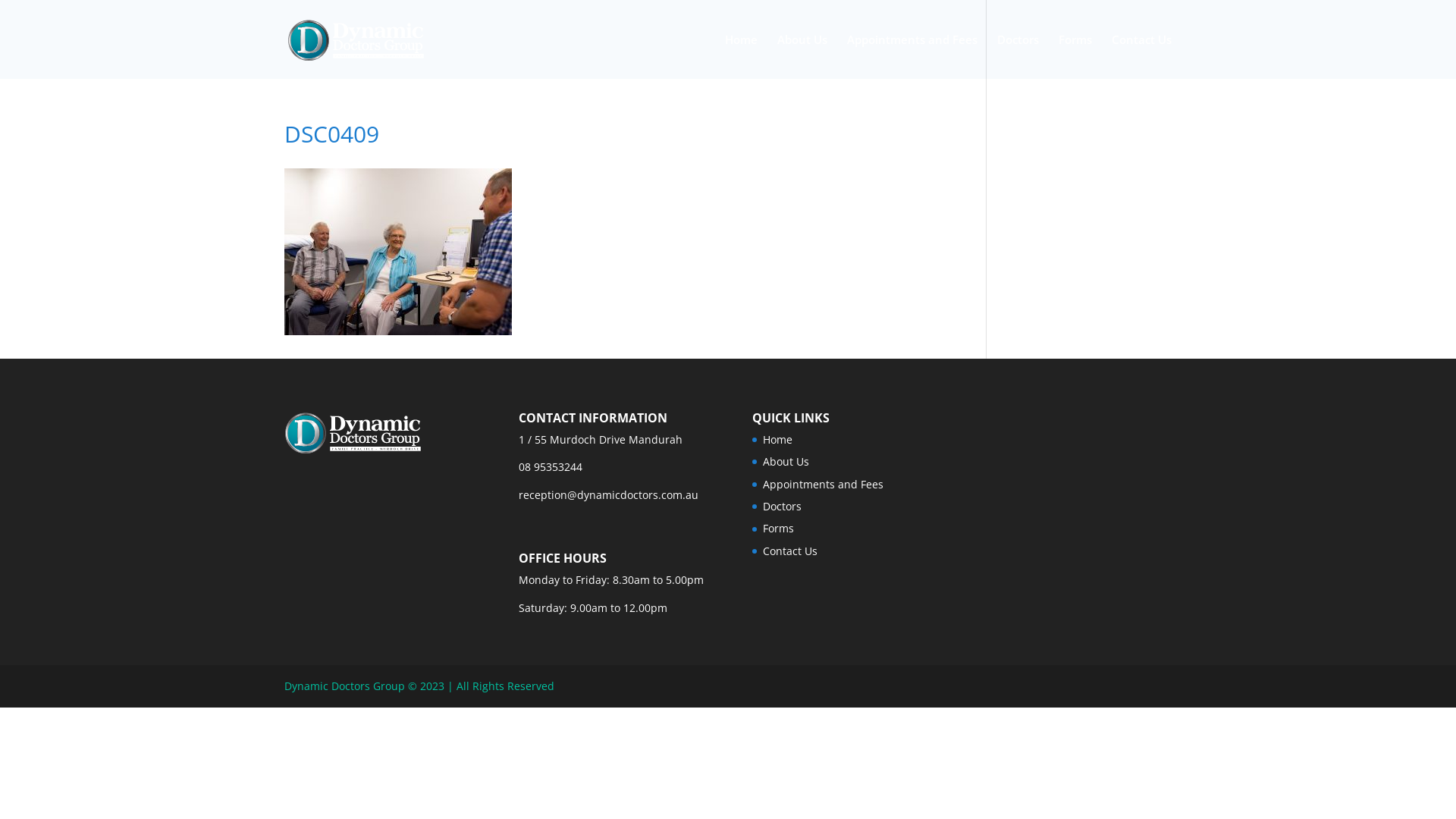  Describe the element at coordinates (912, 55) in the screenshot. I see `'Appointments and Fees'` at that location.